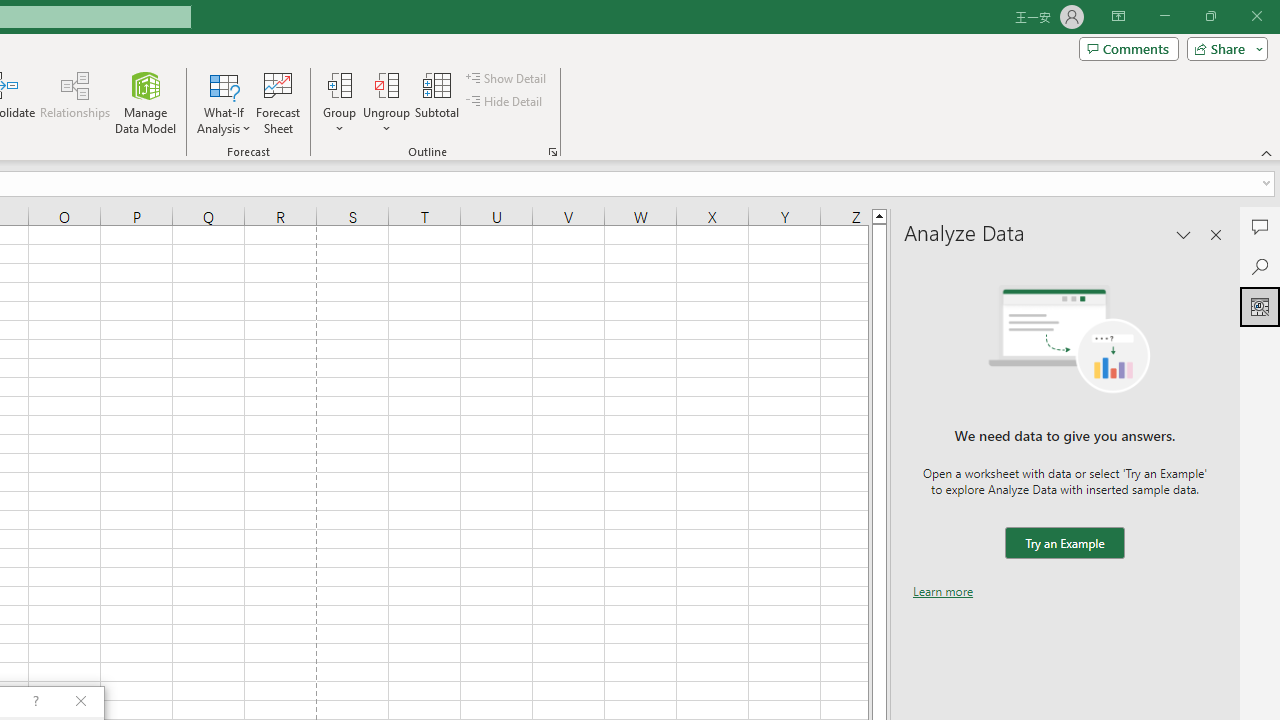 Image resolution: width=1280 pixels, height=720 pixels. I want to click on 'Hide Detail', so click(505, 101).